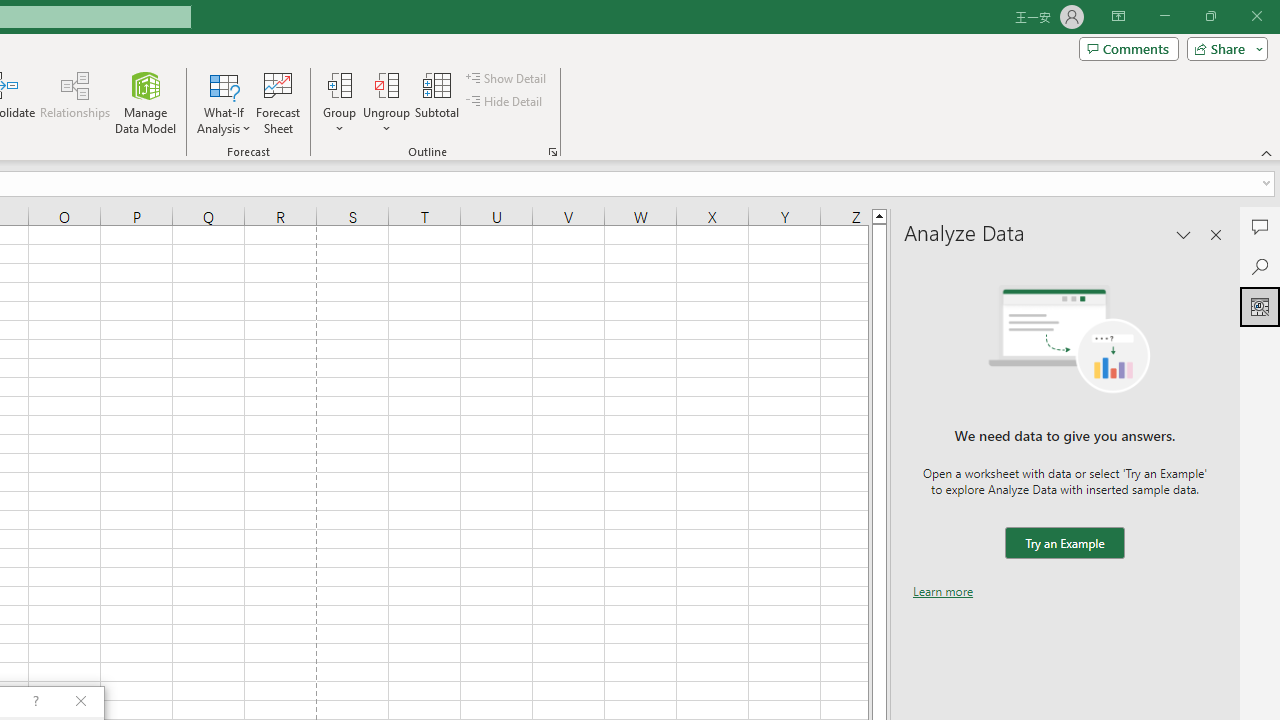 Image resolution: width=1280 pixels, height=720 pixels. I want to click on 'Hide Detail', so click(505, 101).